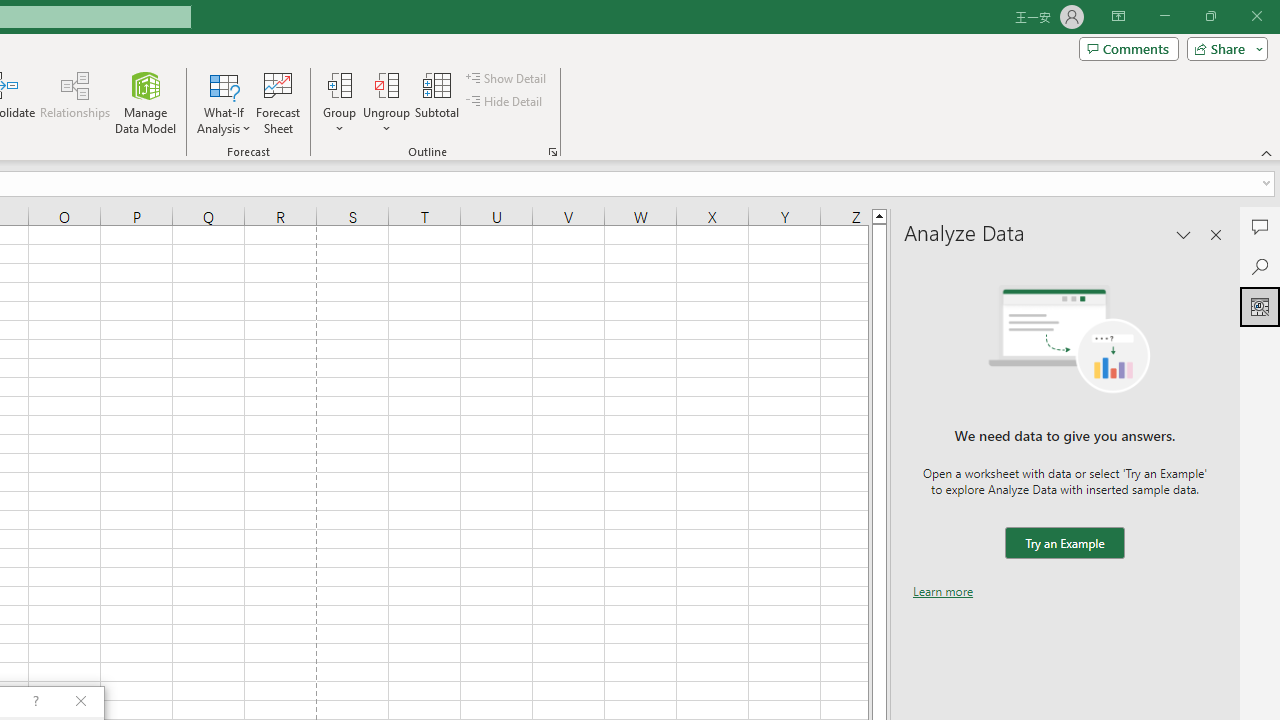 Image resolution: width=1280 pixels, height=720 pixels. I want to click on 'Hide Detail', so click(505, 101).